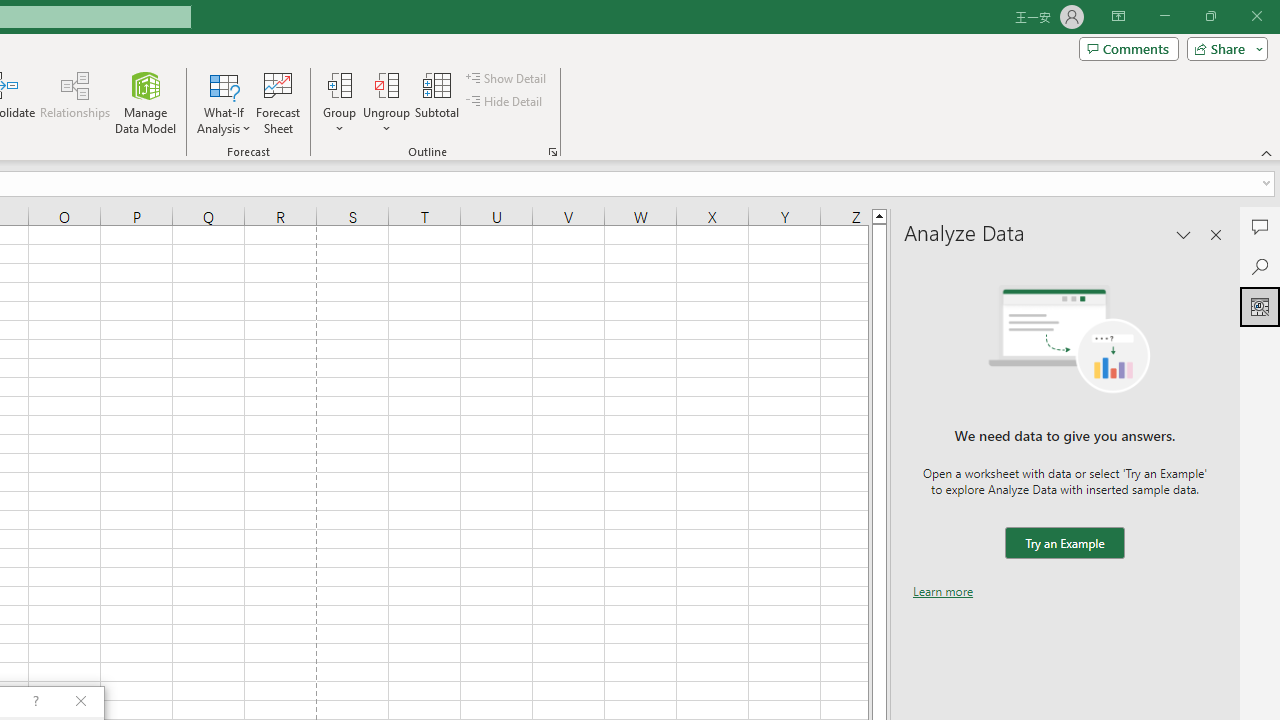 Image resolution: width=1280 pixels, height=720 pixels. I want to click on 'Hide Detail', so click(505, 101).